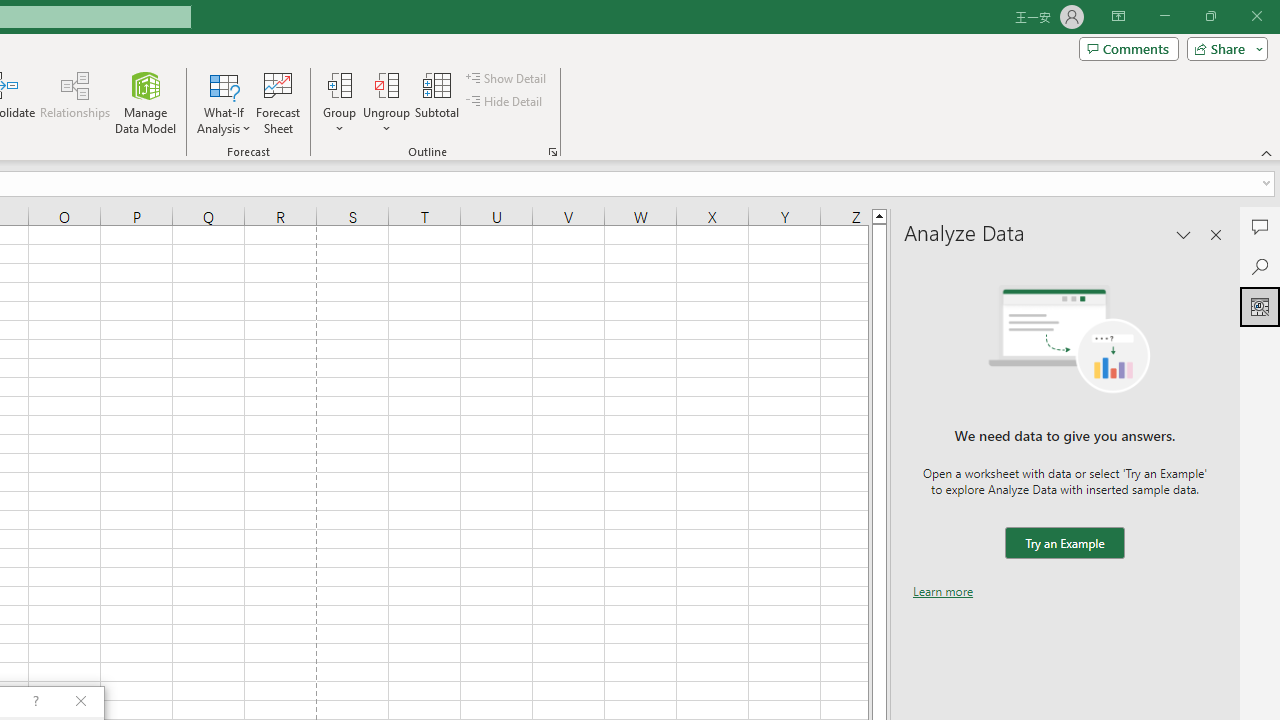 Image resolution: width=1280 pixels, height=720 pixels. I want to click on 'Hide Detail', so click(505, 101).